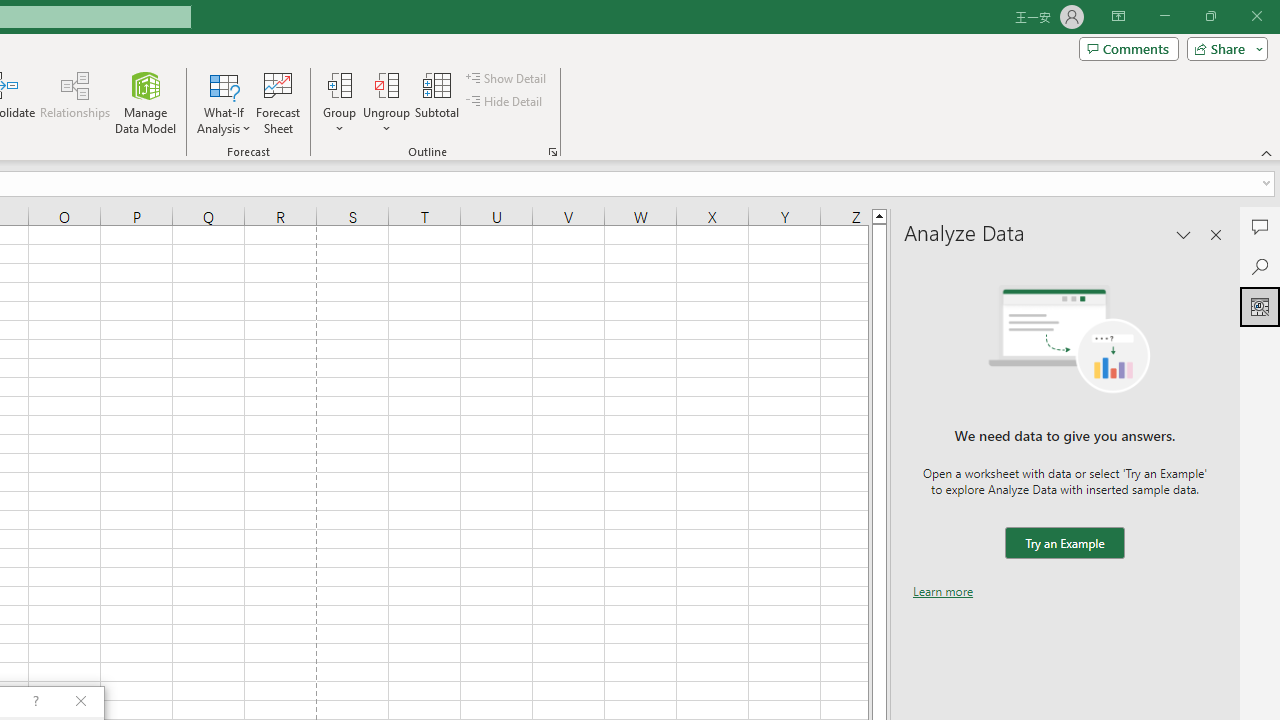 Image resolution: width=1280 pixels, height=720 pixels. I want to click on 'Hide Detail', so click(505, 101).